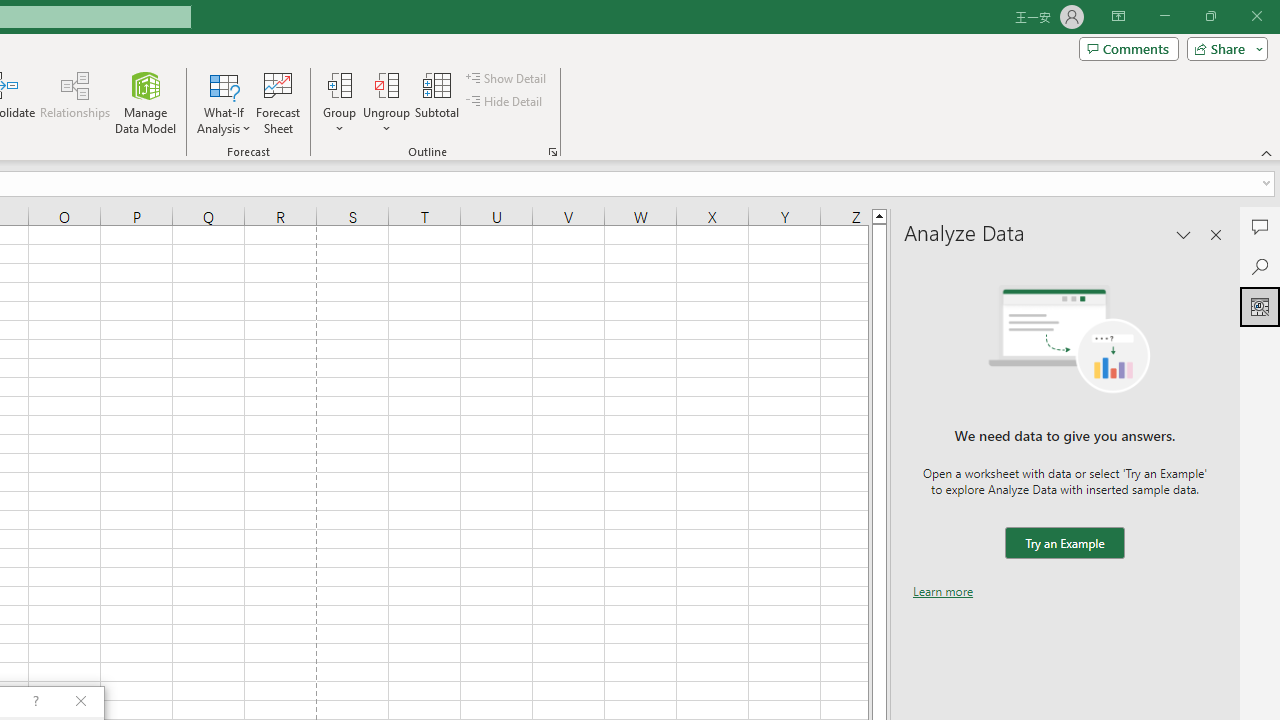 Image resolution: width=1280 pixels, height=720 pixels. I want to click on 'Hide Detail', so click(505, 101).